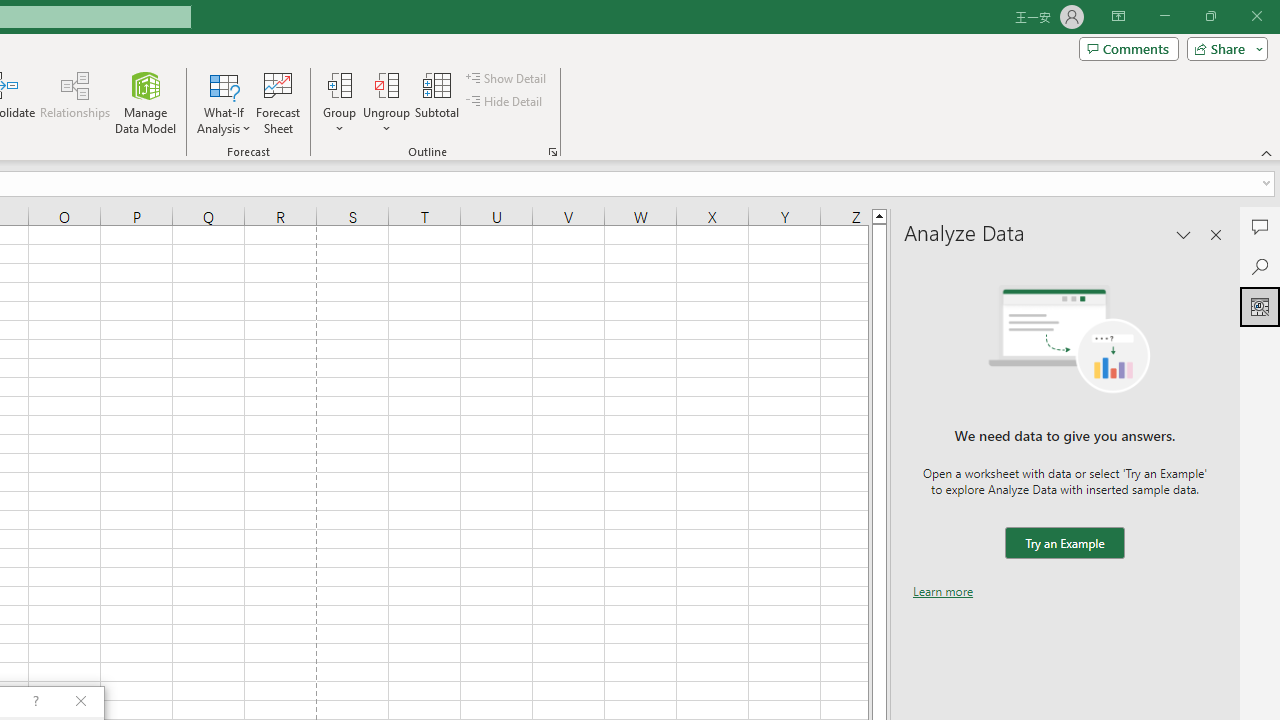 Image resolution: width=1280 pixels, height=720 pixels. I want to click on 'Hide Detail', so click(505, 101).